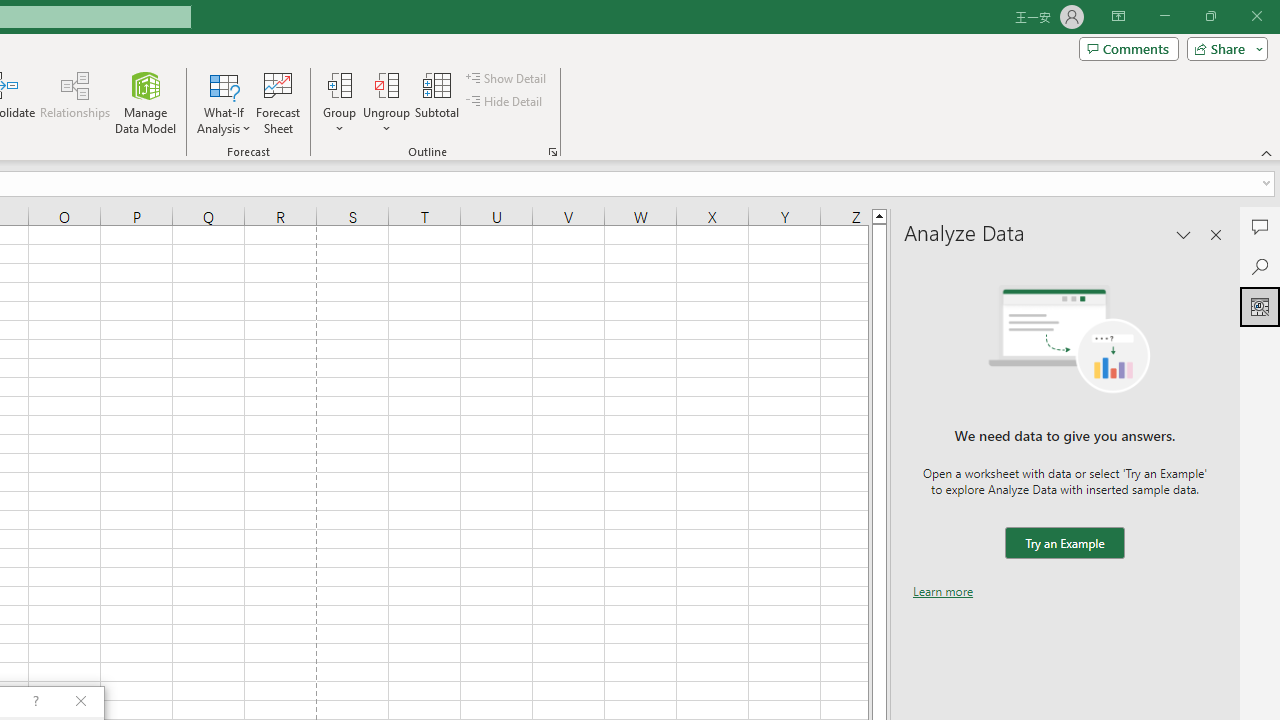 Image resolution: width=1280 pixels, height=720 pixels. I want to click on 'Hide Detail', so click(505, 101).